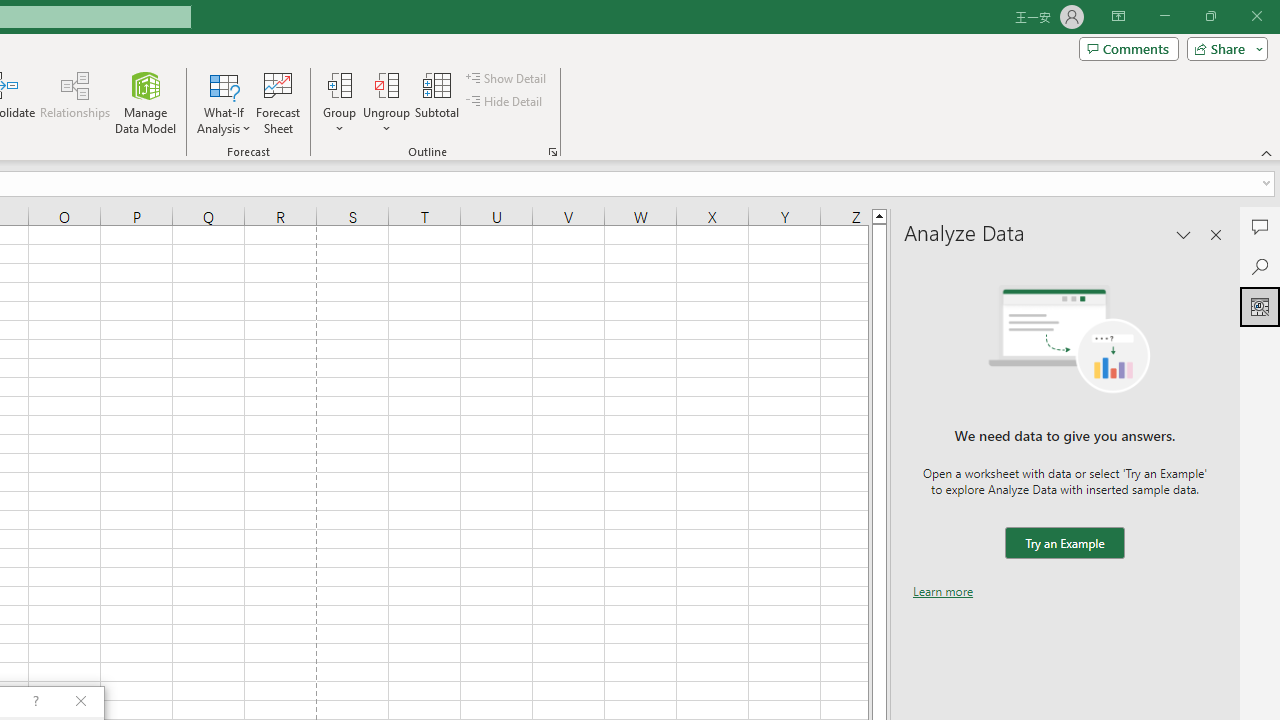 Image resolution: width=1280 pixels, height=720 pixels. I want to click on 'Hide Detail', so click(505, 101).